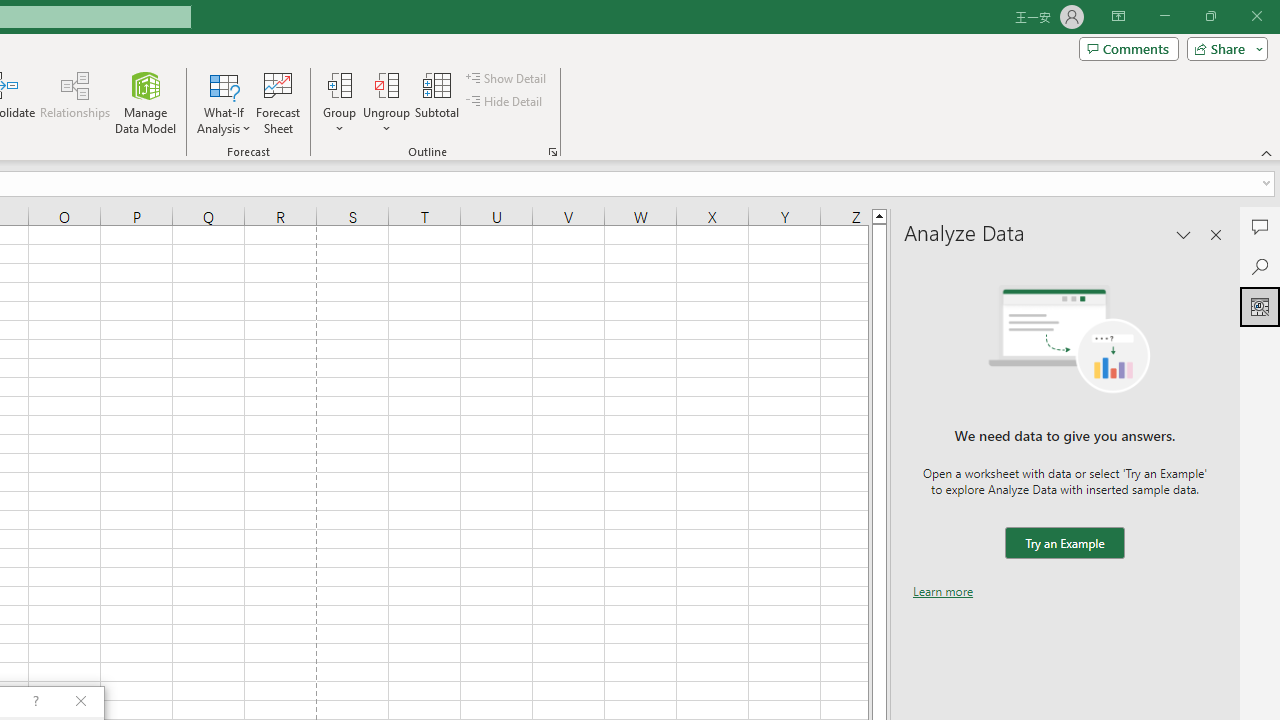 Image resolution: width=1280 pixels, height=720 pixels. I want to click on 'Hide Detail', so click(505, 101).